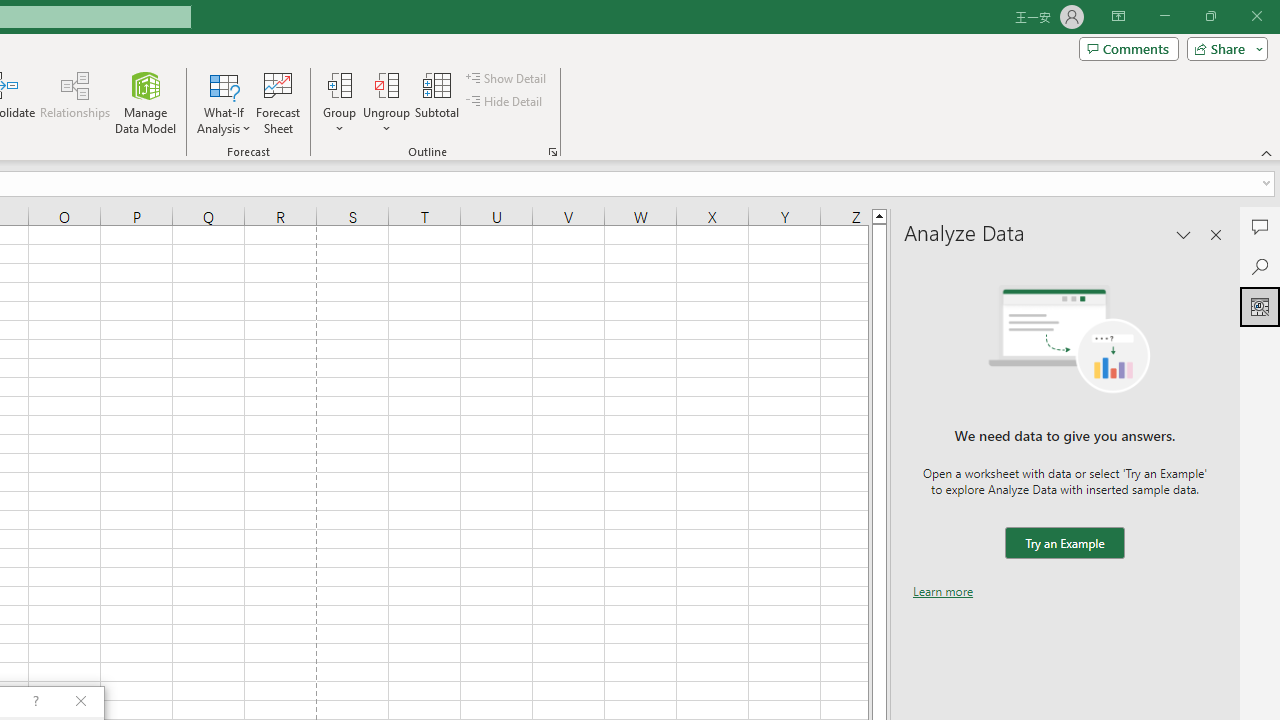 Image resolution: width=1280 pixels, height=720 pixels. I want to click on 'Hide Detail', so click(505, 101).